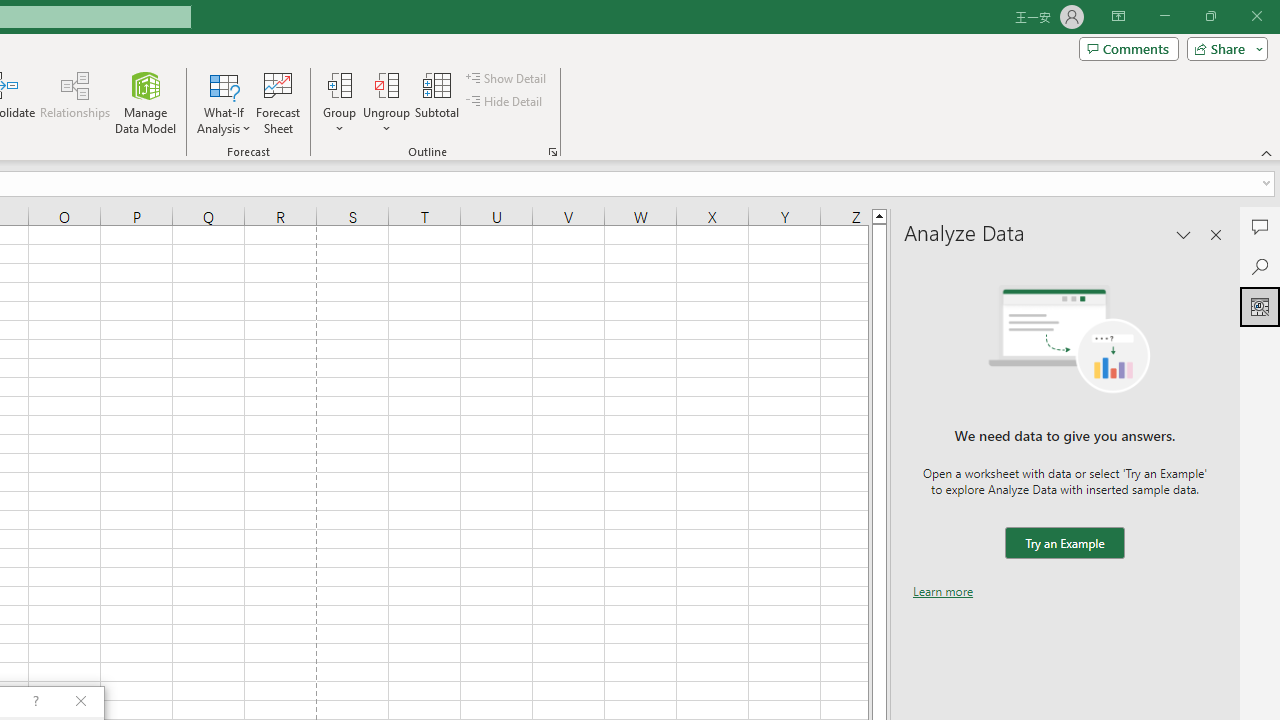 Image resolution: width=1280 pixels, height=720 pixels. I want to click on 'Hide Detail', so click(505, 101).